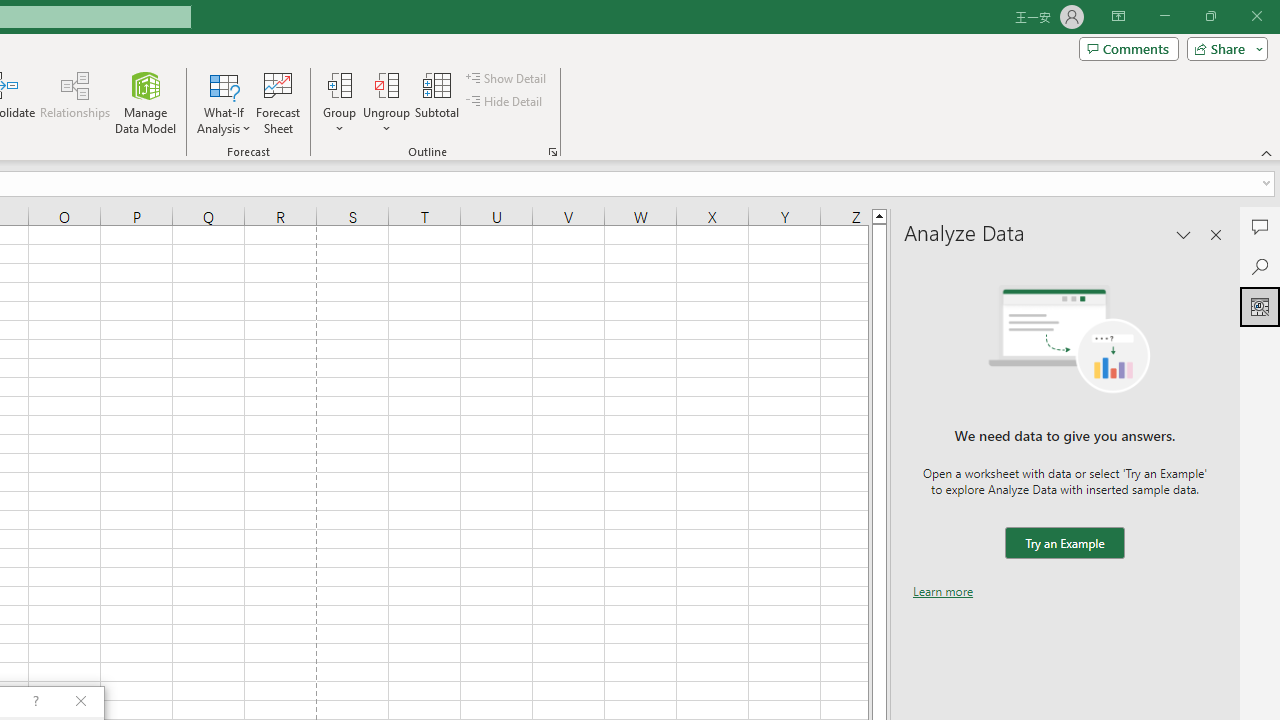 Image resolution: width=1280 pixels, height=720 pixels. I want to click on 'Hide Detail', so click(505, 101).